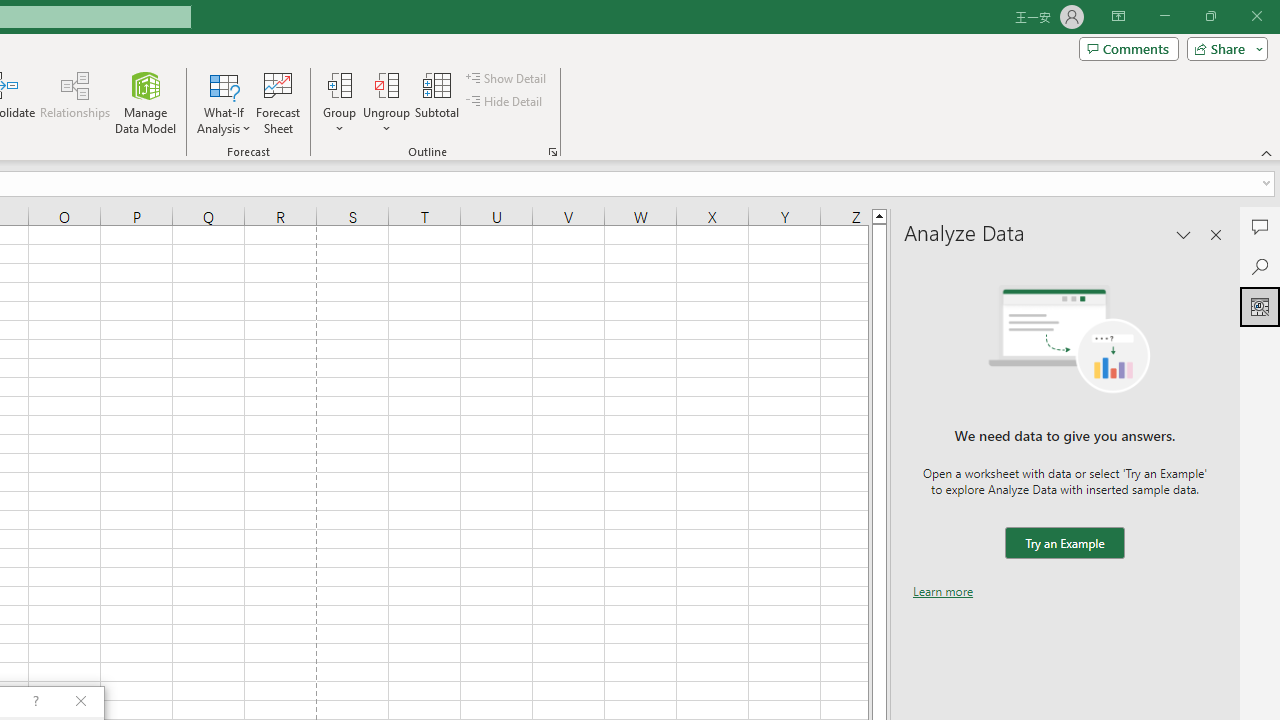 Image resolution: width=1280 pixels, height=720 pixels. I want to click on 'Hide Detail', so click(505, 101).